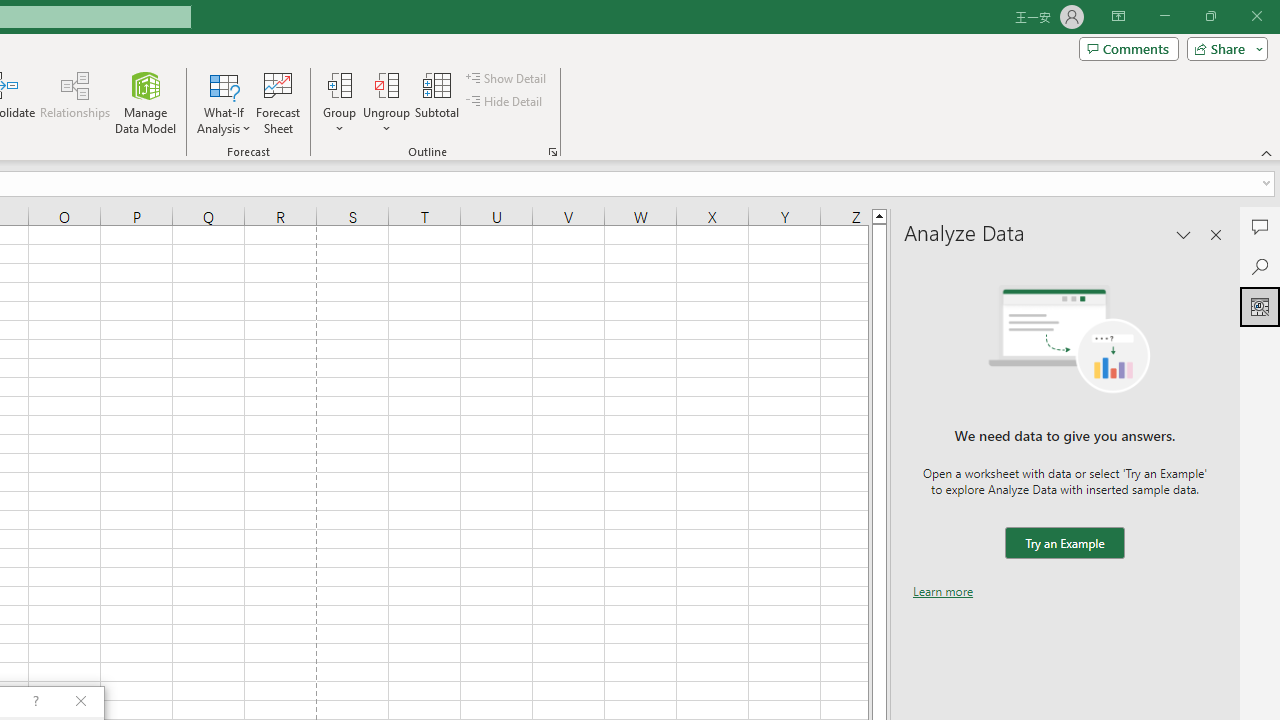 Image resolution: width=1280 pixels, height=720 pixels. I want to click on 'Hide Detail', so click(505, 101).